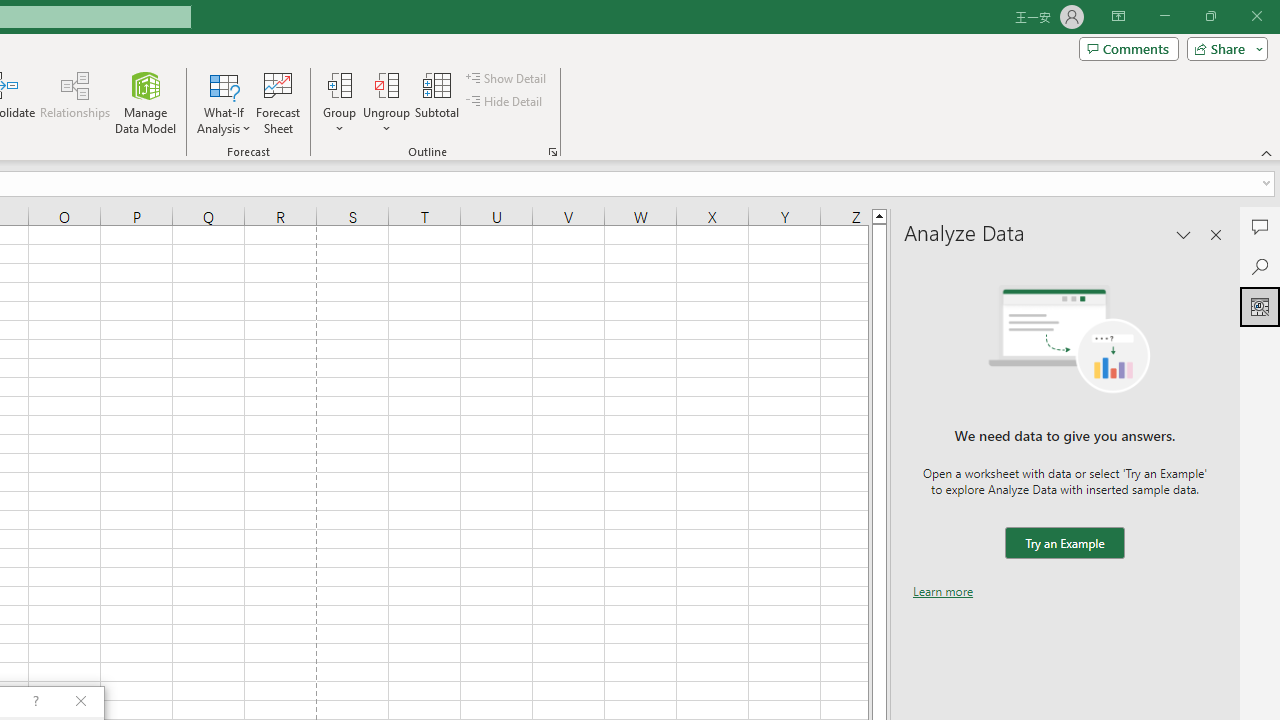 Image resolution: width=1280 pixels, height=720 pixels. I want to click on 'Hide Detail', so click(505, 101).